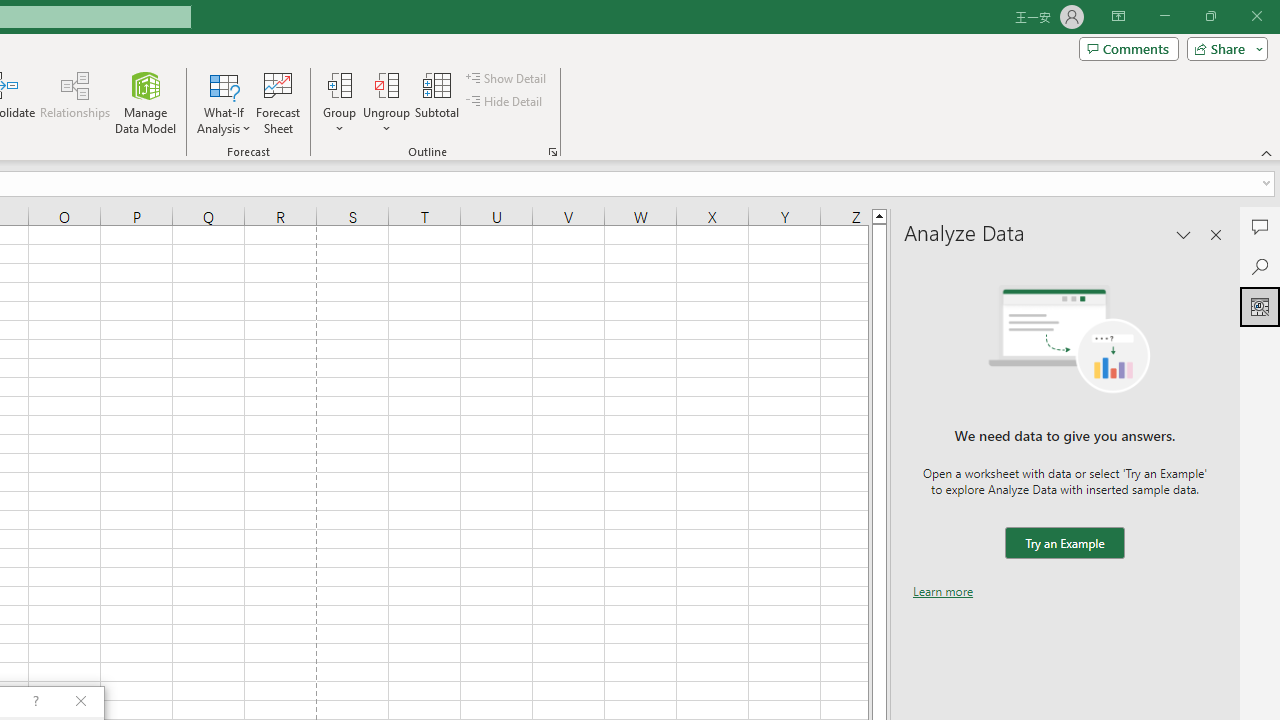 Image resolution: width=1280 pixels, height=720 pixels. I want to click on 'Hide Detail', so click(505, 101).